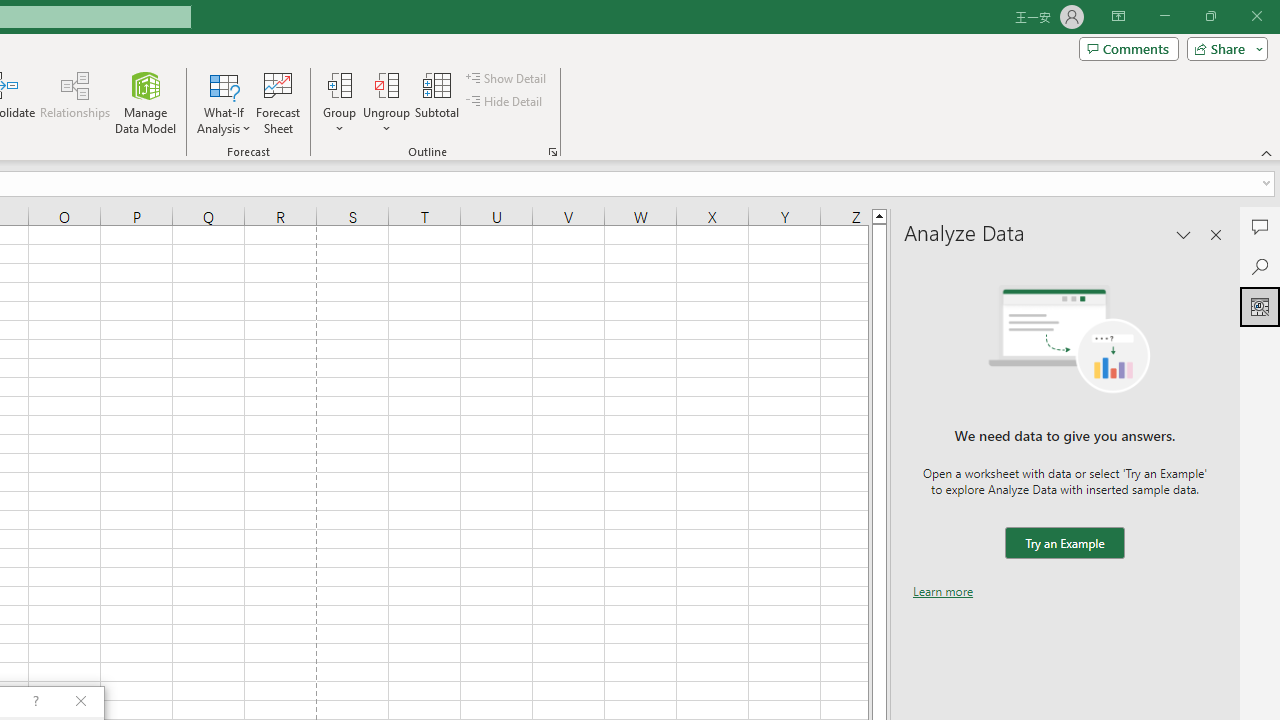 Image resolution: width=1280 pixels, height=720 pixels. I want to click on 'Hide Detail', so click(505, 101).